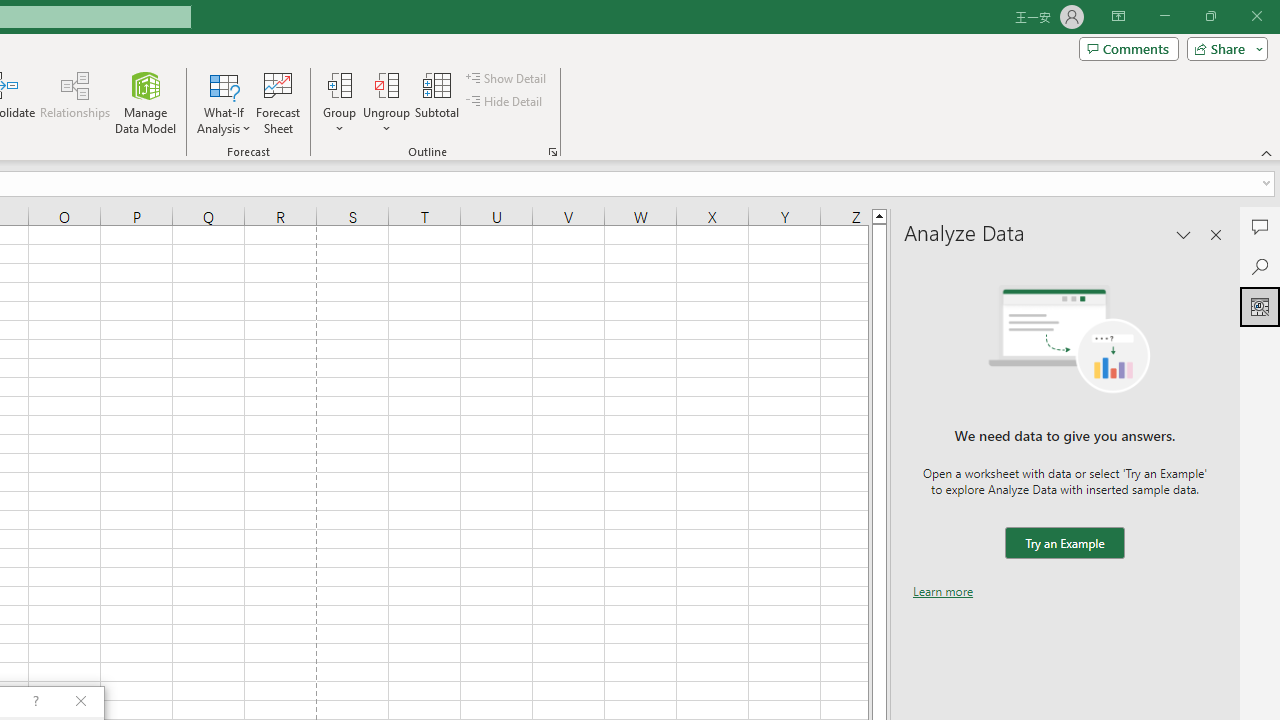 Image resolution: width=1280 pixels, height=720 pixels. I want to click on 'Hide Detail', so click(505, 101).